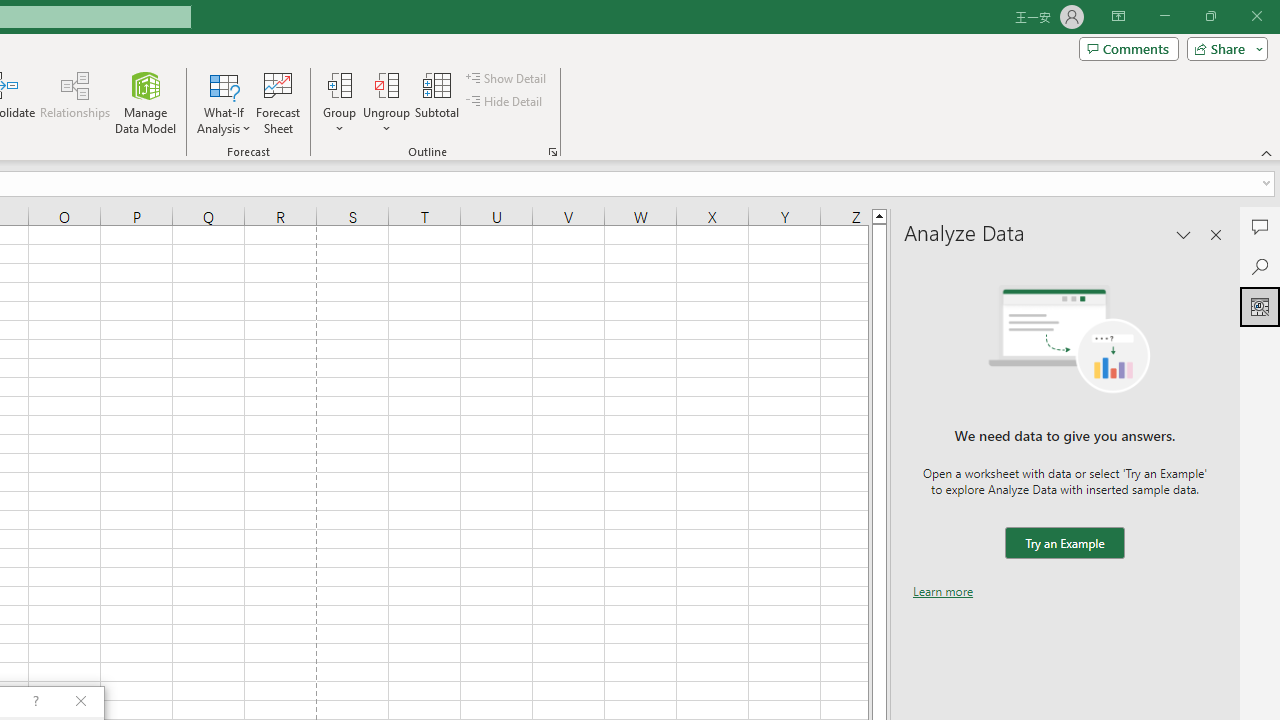 Image resolution: width=1280 pixels, height=720 pixels. I want to click on 'Hide Detail', so click(505, 101).